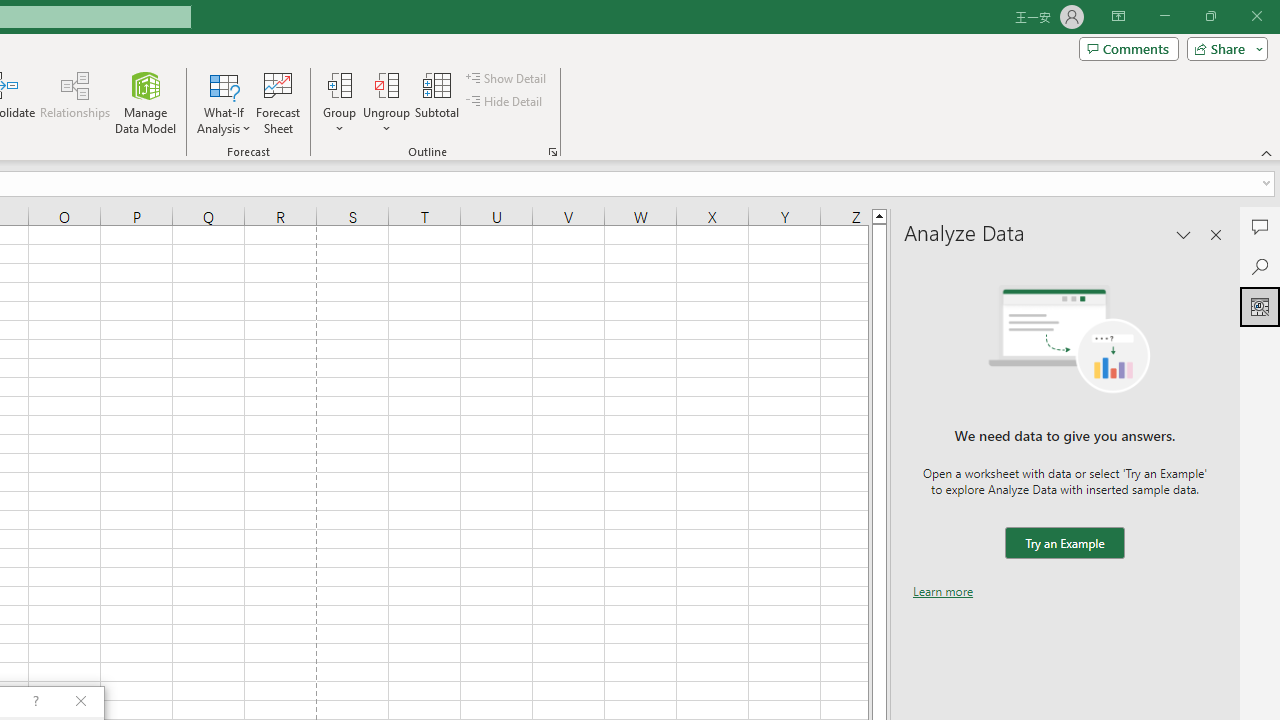 Image resolution: width=1280 pixels, height=720 pixels. I want to click on 'Hide Detail', so click(505, 101).